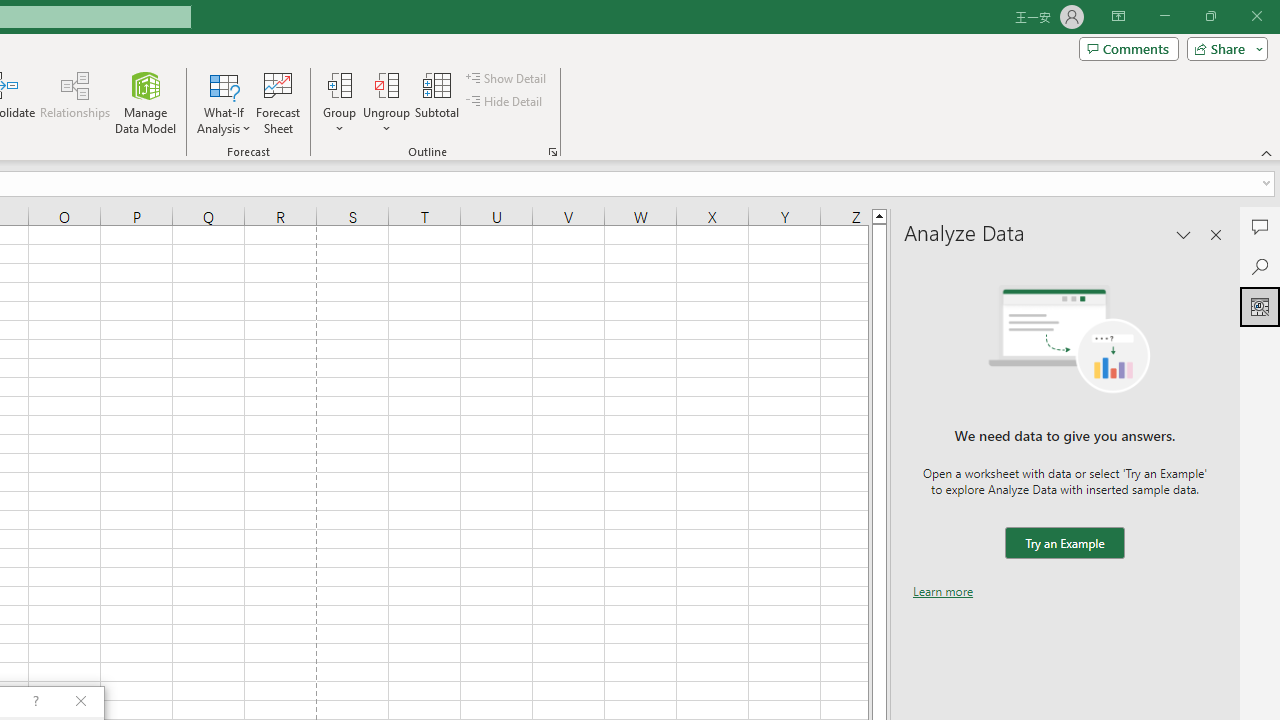 Image resolution: width=1280 pixels, height=720 pixels. I want to click on 'Hide Detail', so click(505, 101).